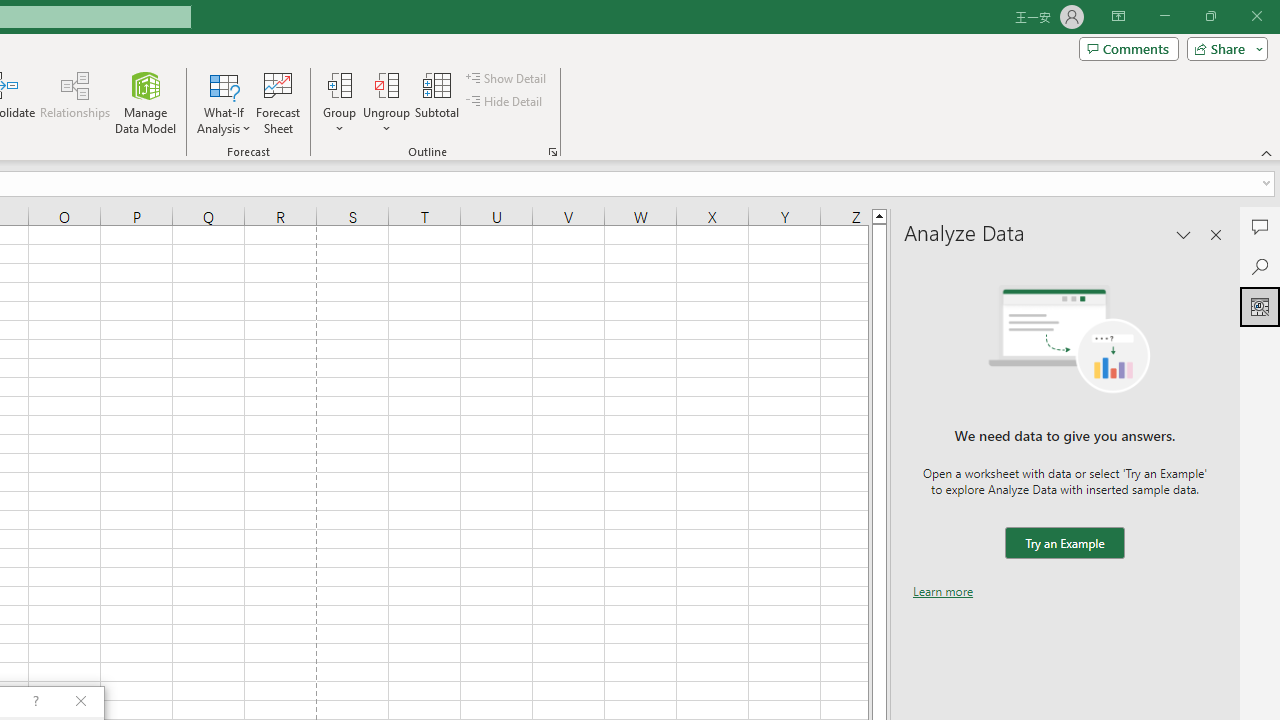 Image resolution: width=1280 pixels, height=720 pixels. I want to click on 'Hide Detail', so click(505, 101).